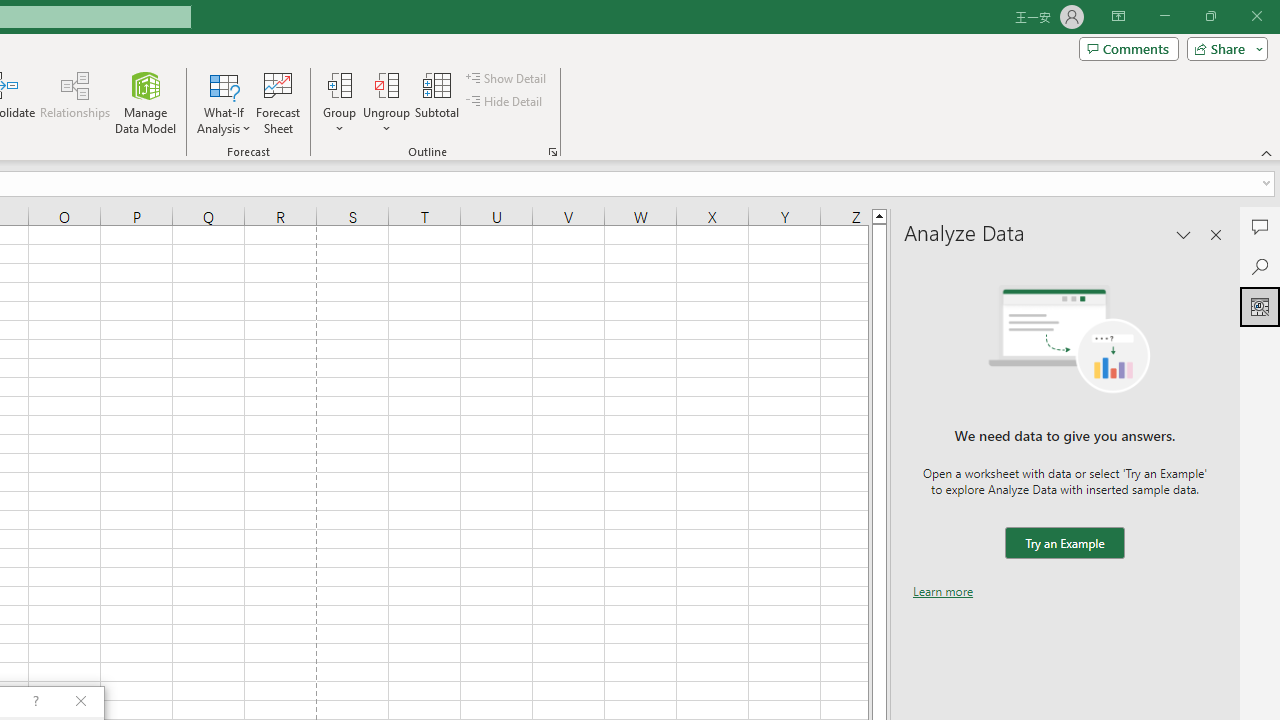 Image resolution: width=1280 pixels, height=720 pixels. I want to click on 'Hide Detail', so click(505, 101).